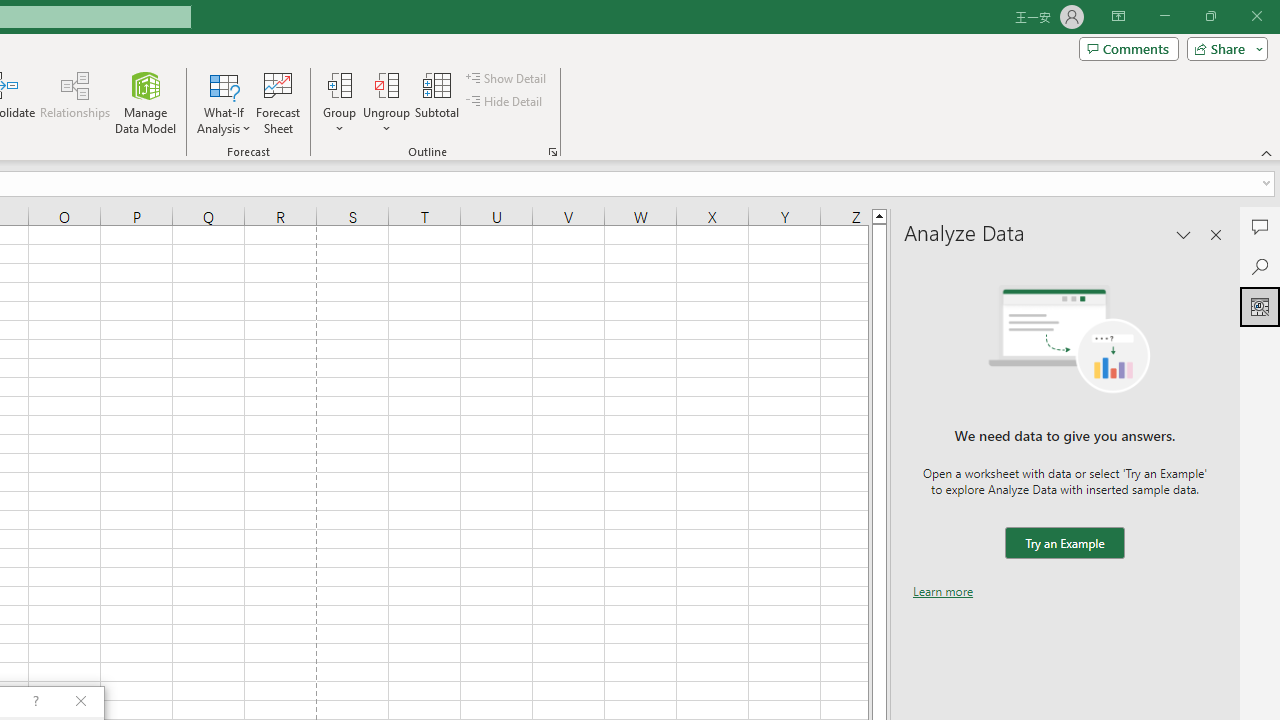 Image resolution: width=1280 pixels, height=720 pixels. I want to click on 'Hide Detail', so click(505, 101).